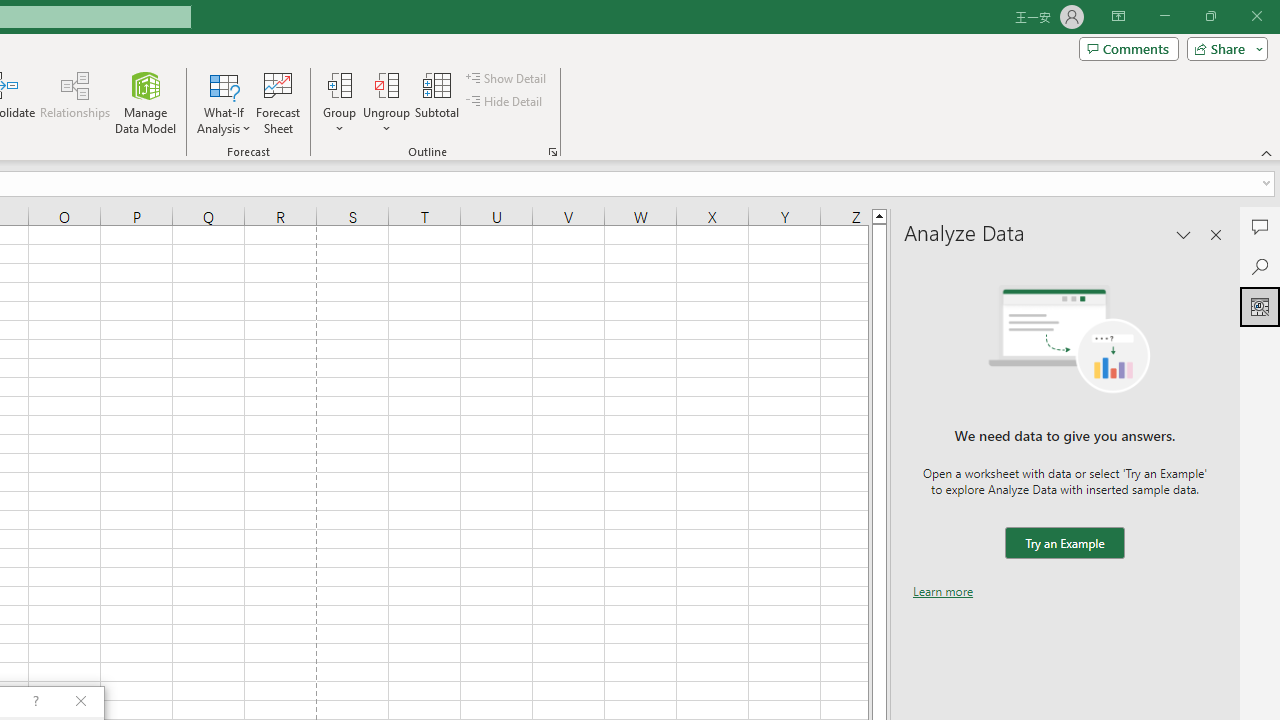 Image resolution: width=1280 pixels, height=720 pixels. I want to click on 'Hide Detail', so click(505, 101).